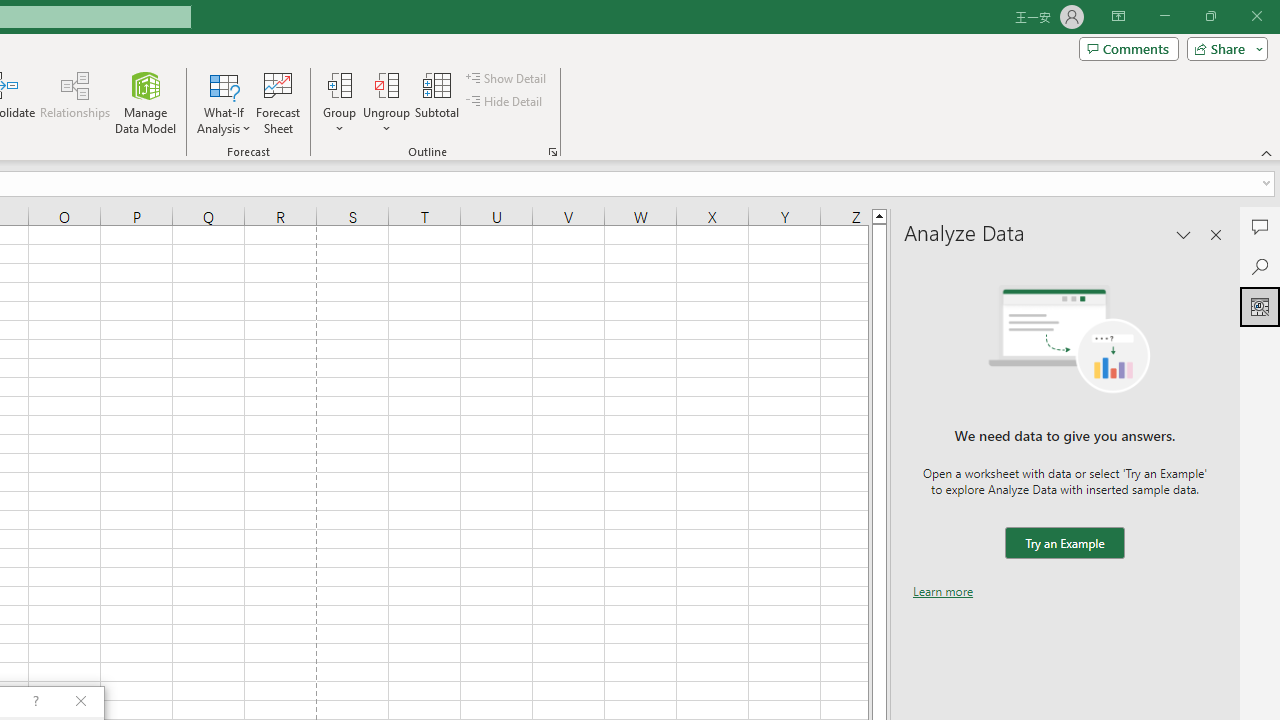 Image resolution: width=1280 pixels, height=720 pixels. I want to click on 'Hide Detail', so click(505, 101).